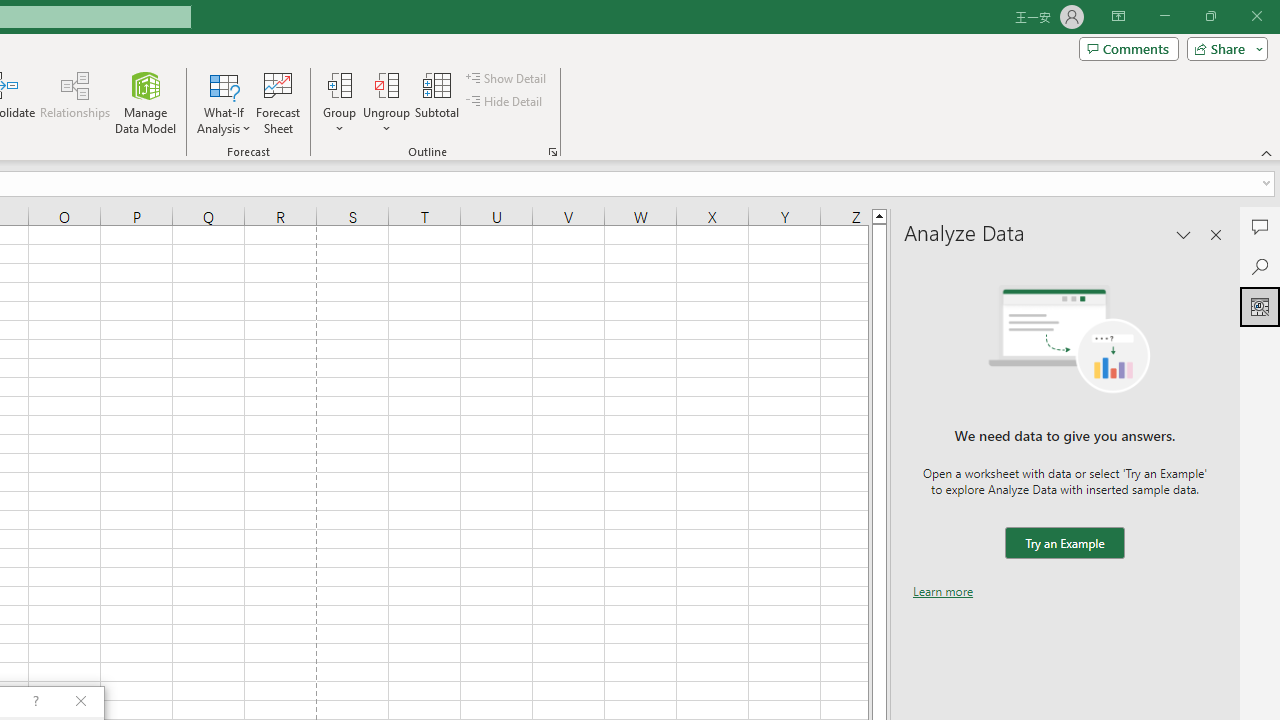 Image resolution: width=1280 pixels, height=720 pixels. I want to click on 'Hide Detail', so click(505, 101).